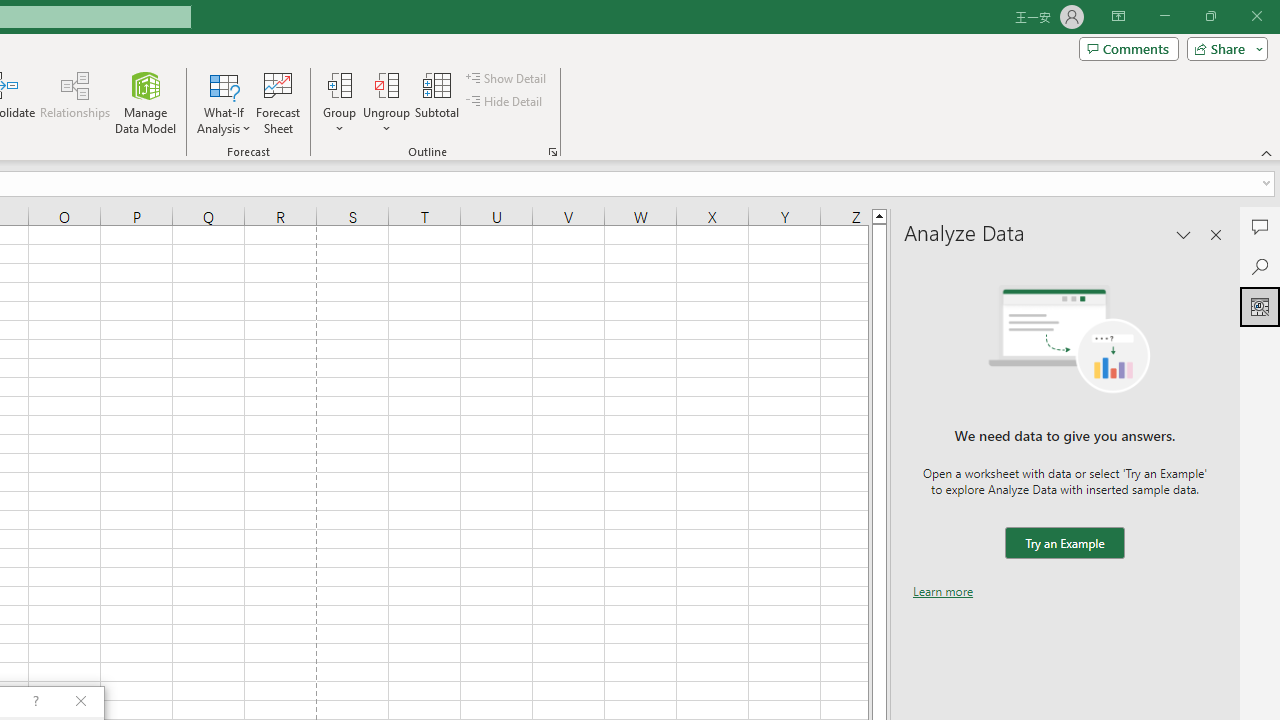 Image resolution: width=1280 pixels, height=720 pixels. I want to click on 'Hide Detail', so click(505, 101).